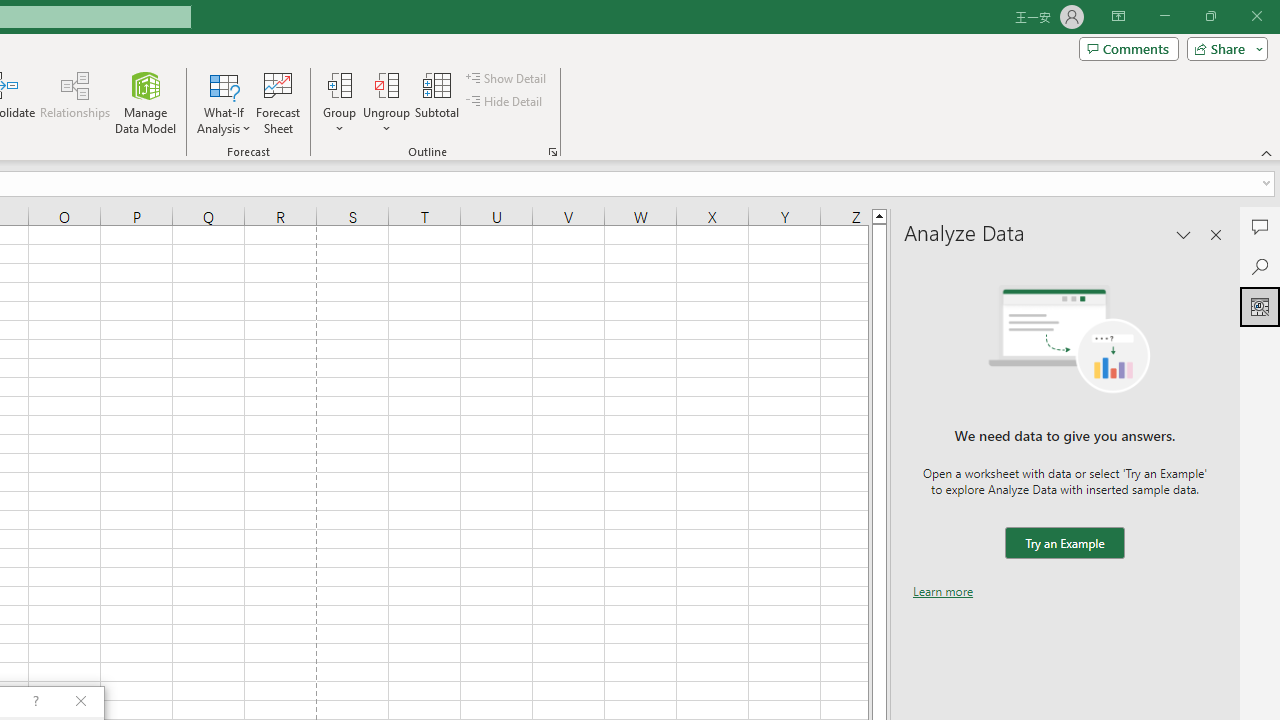 Image resolution: width=1280 pixels, height=720 pixels. I want to click on 'Hide Detail', so click(505, 101).